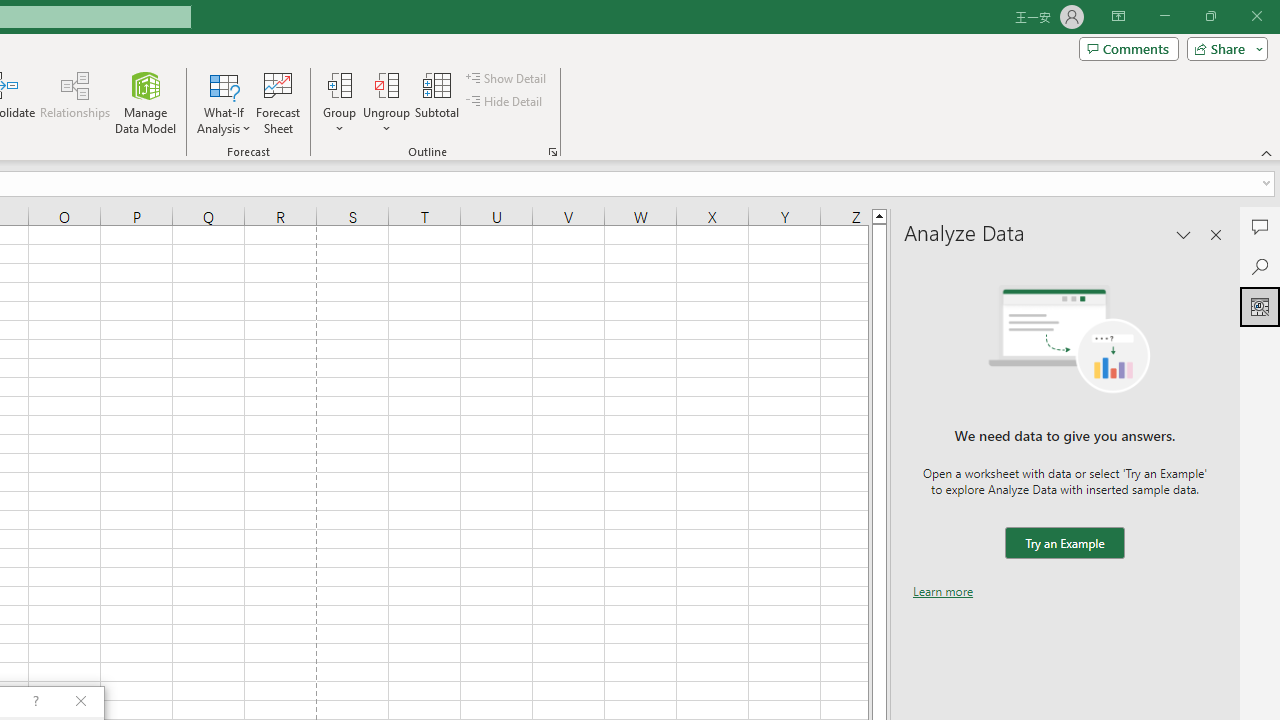 Image resolution: width=1280 pixels, height=720 pixels. I want to click on 'Hide Detail', so click(505, 101).